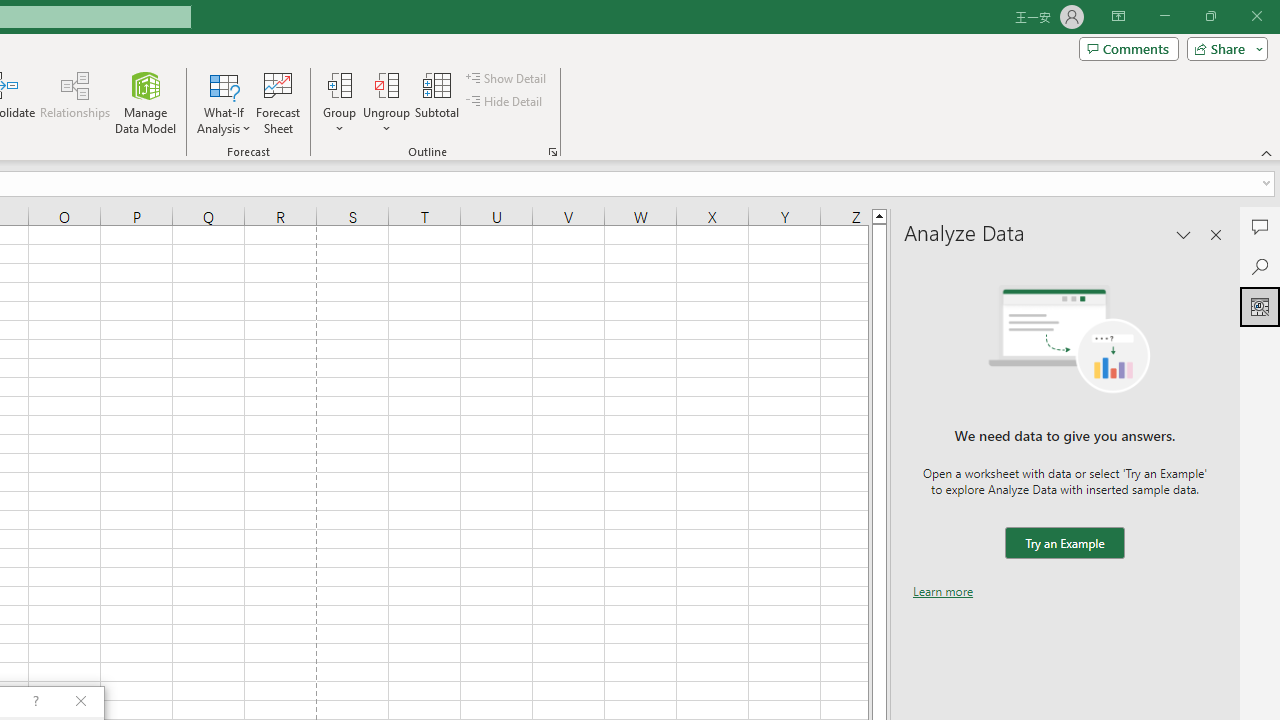 Image resolution: width=1280 pixels, height=720 pixels. I want to click on 'Hide Detail', so click(505, 101).